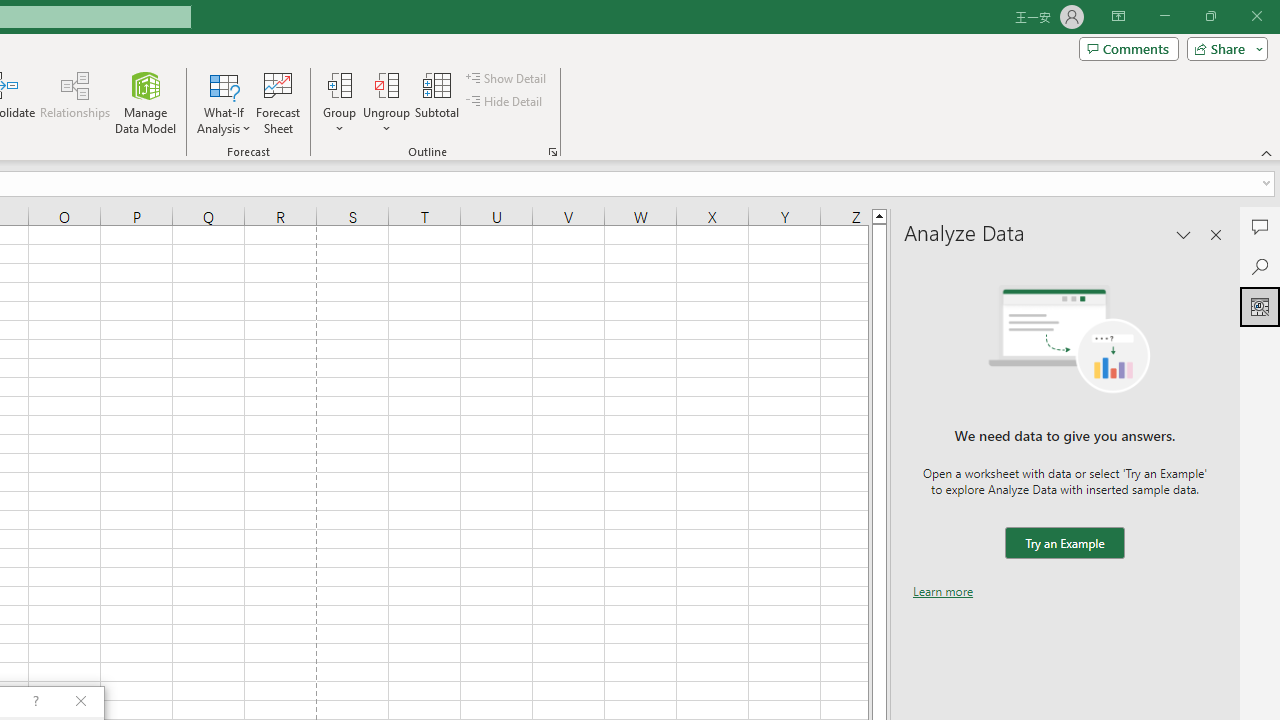 Image resolution: width=1280 pixels, height=720 pixels. I want to click on 'Hide Detail', so click(505, 101).